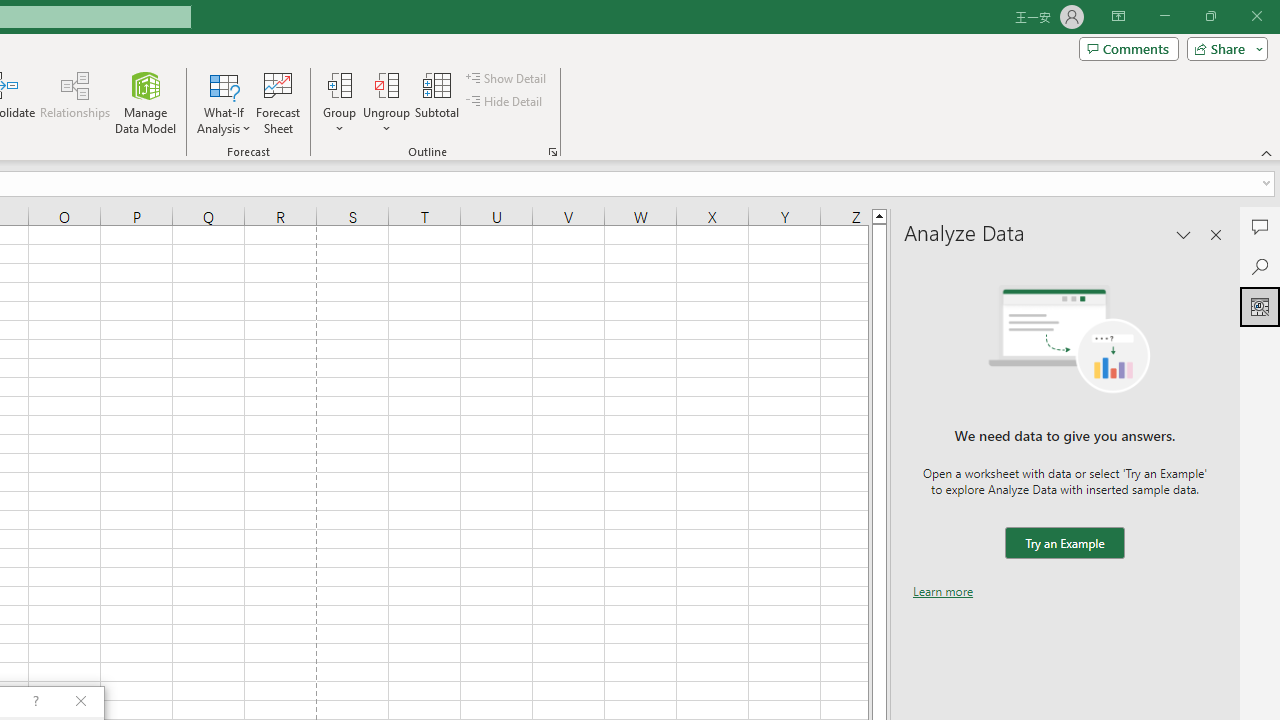 Image resolution: width=1280 pixels, height=720 pixels. I want to click on 'Hide Detail', so click(505, 101).